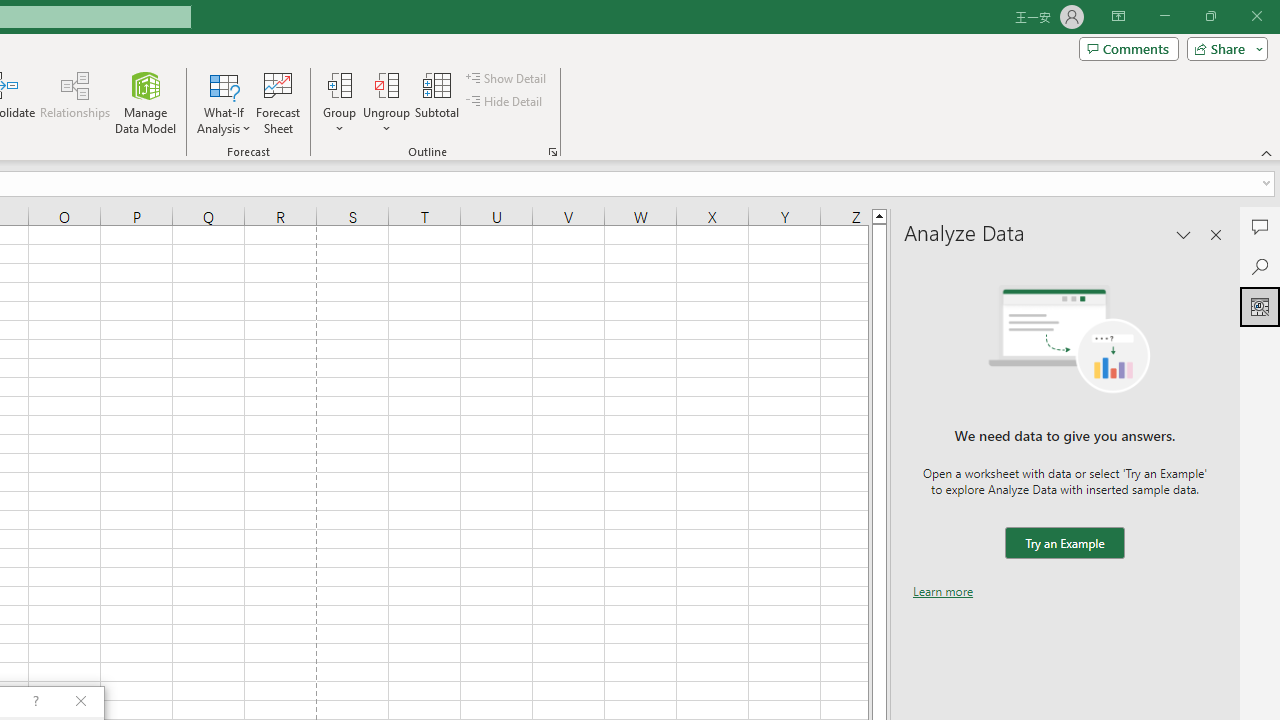 Image resolution: width=1280 pixels, height=720 pixels. I want to click on 'Hide Detail', so click(505, 101).